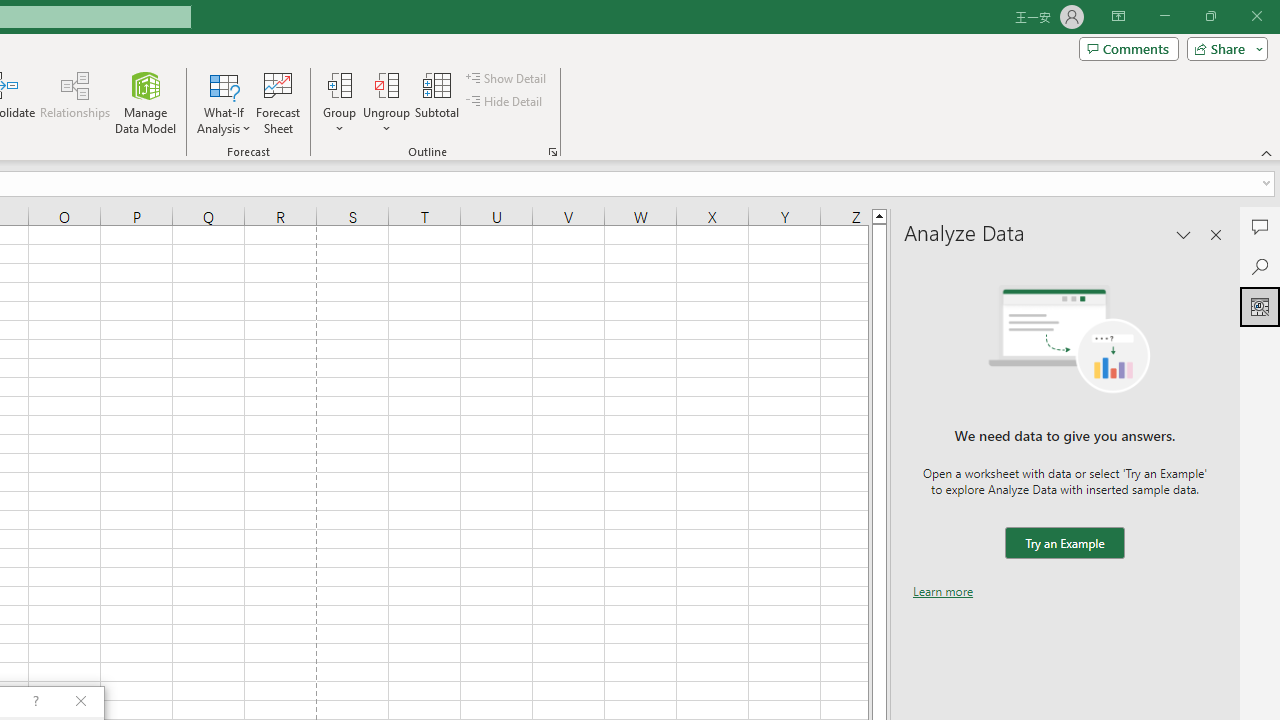 Image resolution: width=1280 pixels, height=720 pixels. I want to click on 'Hide Detail', so click(505, 101).